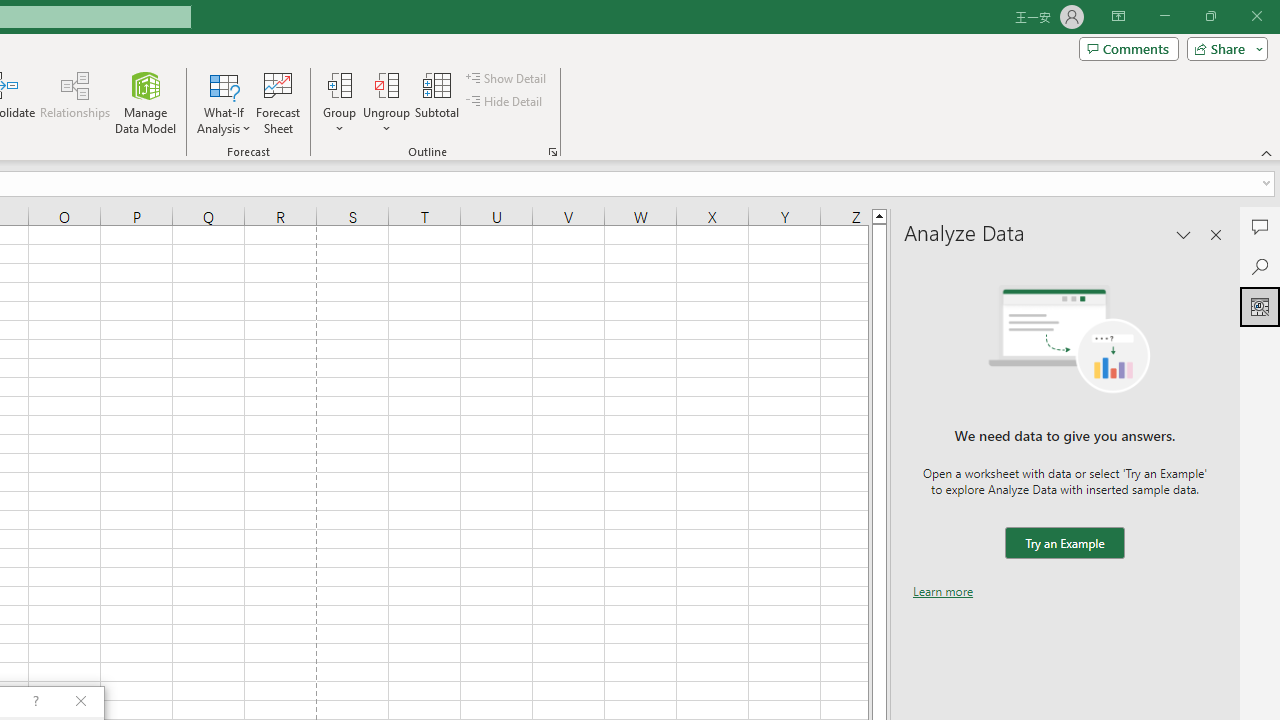 Image resolution: width=1280 pixels, height=720 pixels. I want to click on 'Hide Detail', so click(505, 101).